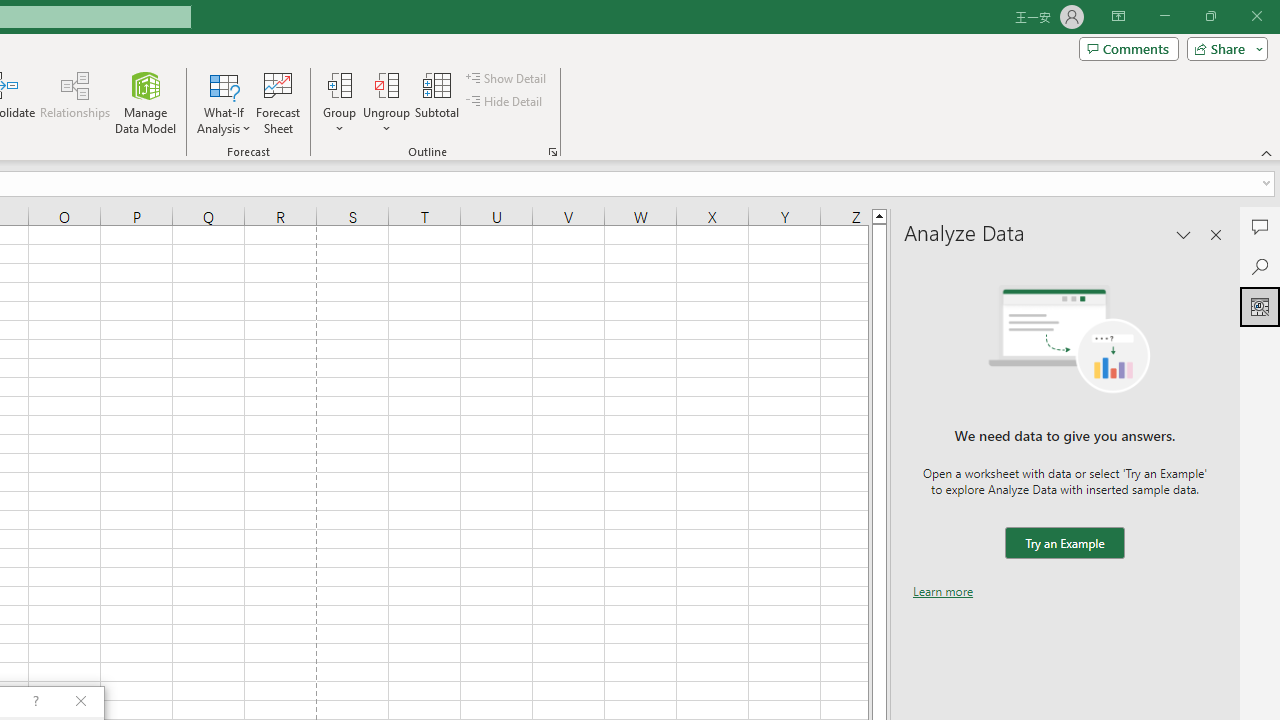 Image resolution: width=1280 pixels, height=720 pixels. I want to click on 'Hide Detail', so click(505, 101).